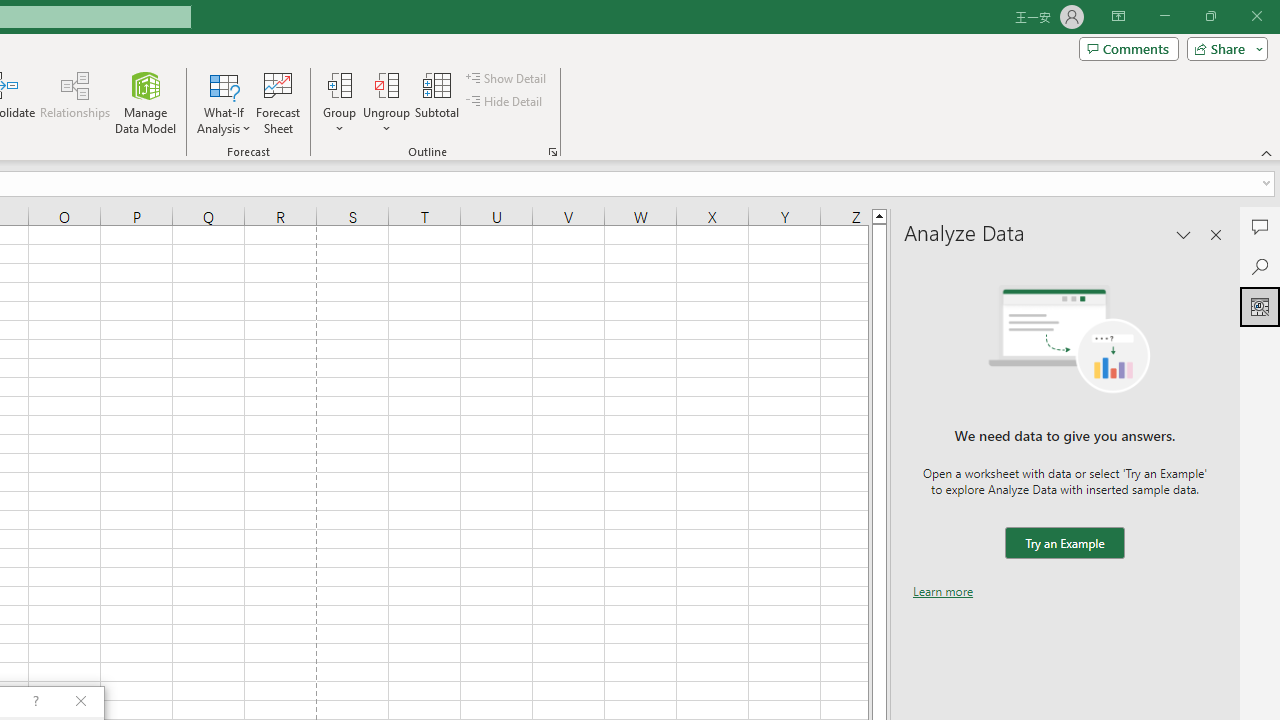 Image resolution: width=1280 pixels, height=720 pixels. I want to click on 'Hide Detail', so click(505, 101).